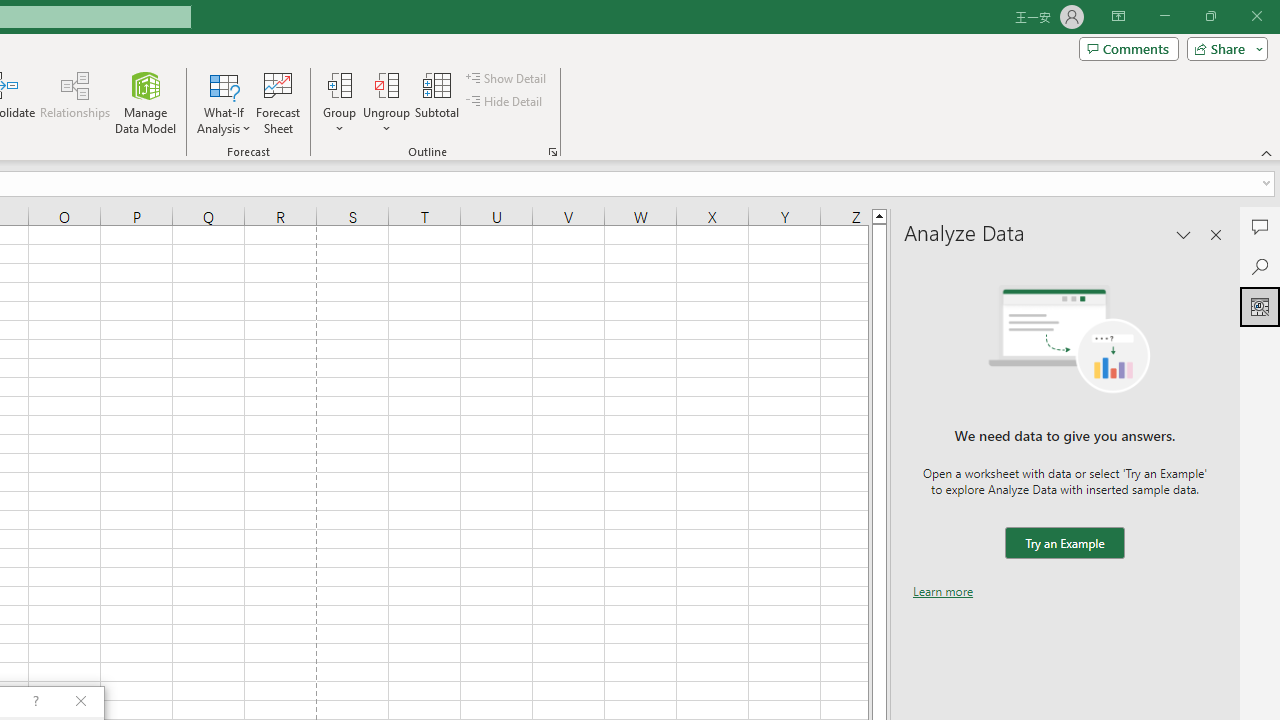 Image resolution: width=1280 pixels, height=720 pixels. I want to click on 'Hide Detail', so click(505, 101).